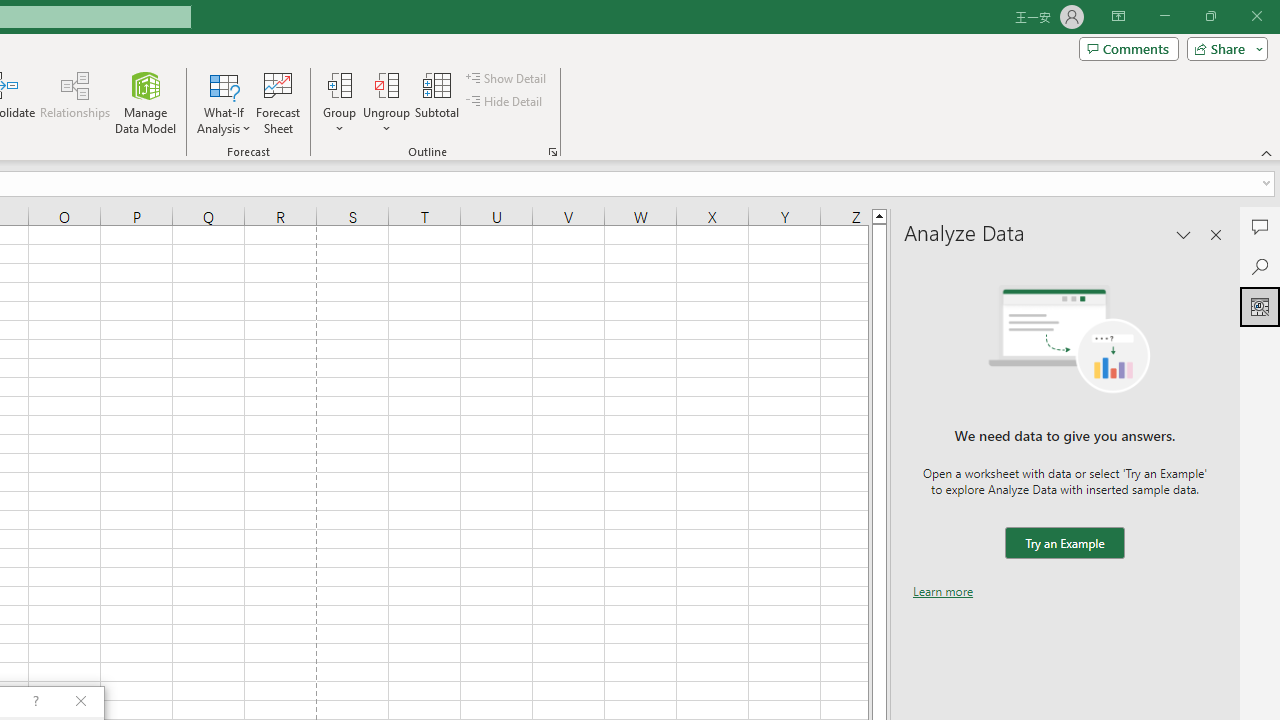 Image resolution: width=1280 pixels, height=720 pixels. I want to click on 'Hide Detail', so click(505, 101).